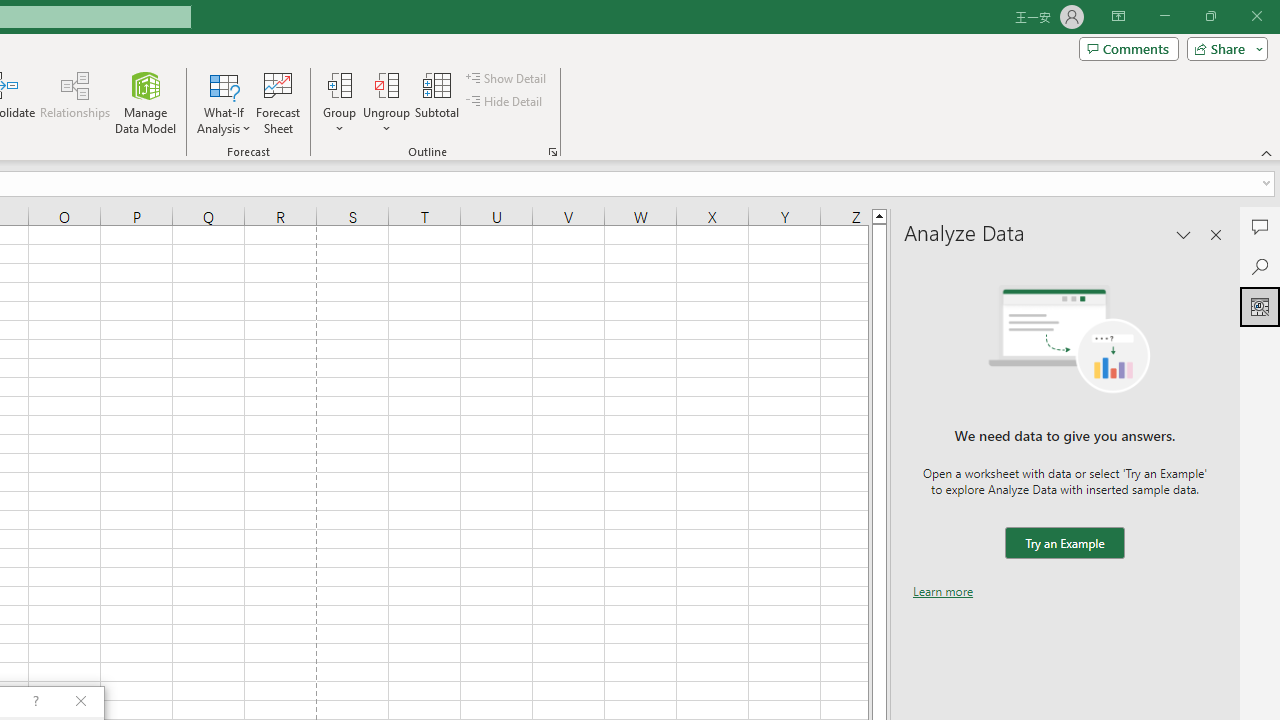 Image resolution: width=1280 pixels, height=720 pixels. I want to click on 'Hide Detail', so click(505, 101).